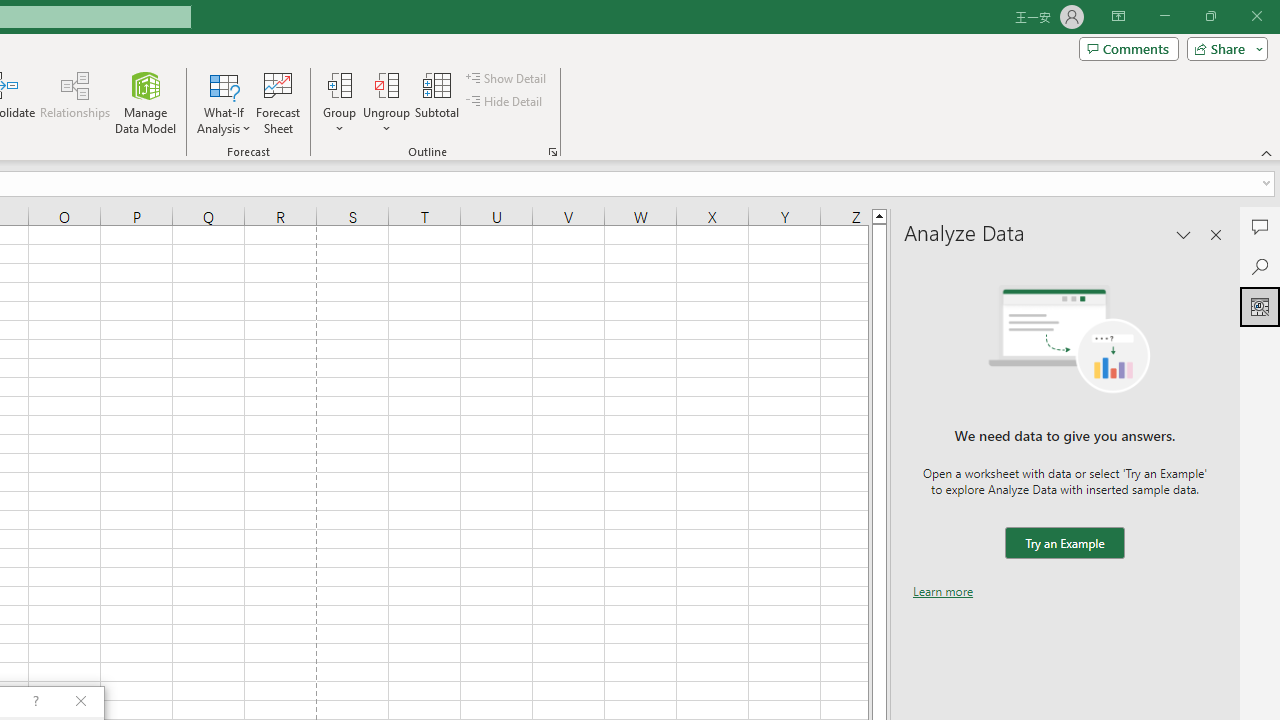 Image resolution: width=1280 pixels, height=720 pixels. I want to click on 'Hide Detail', so click(505, 101).